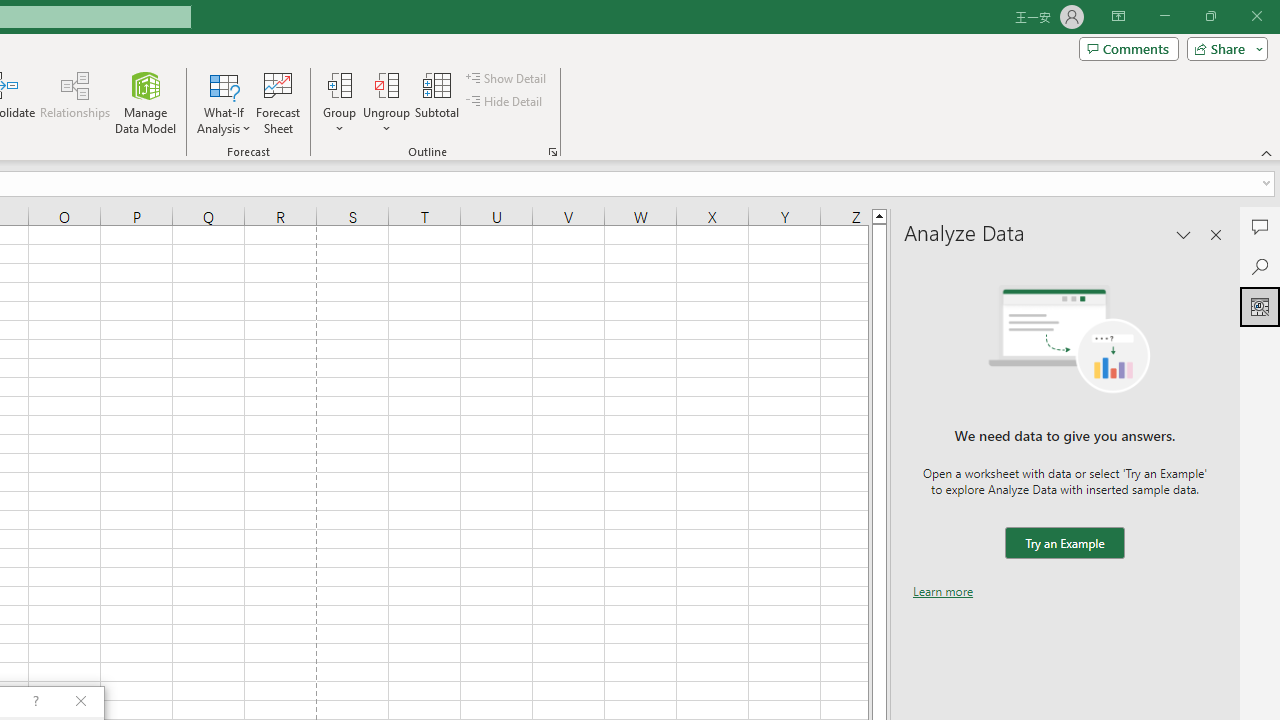 Image resolution: width=1280 pixels, height=720 pixels. I want to click on 'Hide Detail', so click(505, 101).